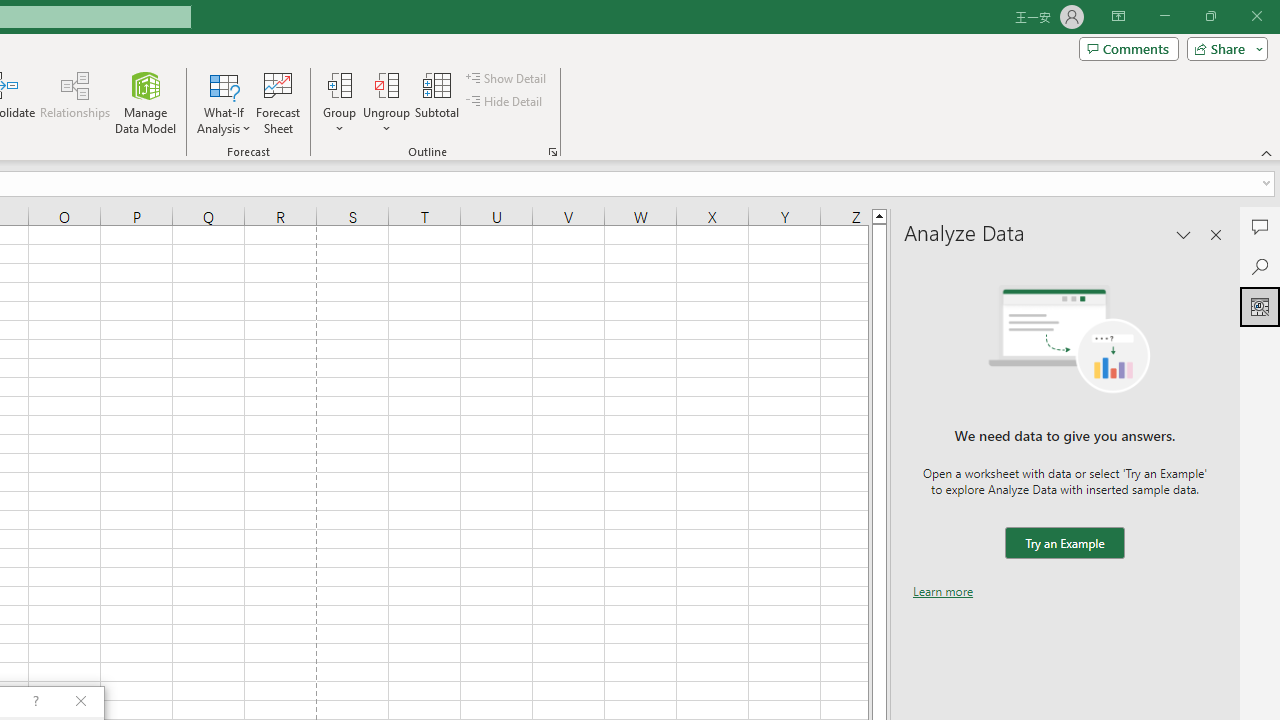 Image resolution: width=1280 pixels, height=720 pixels. I want to click on 'Hide Detail', so click(505, 101).